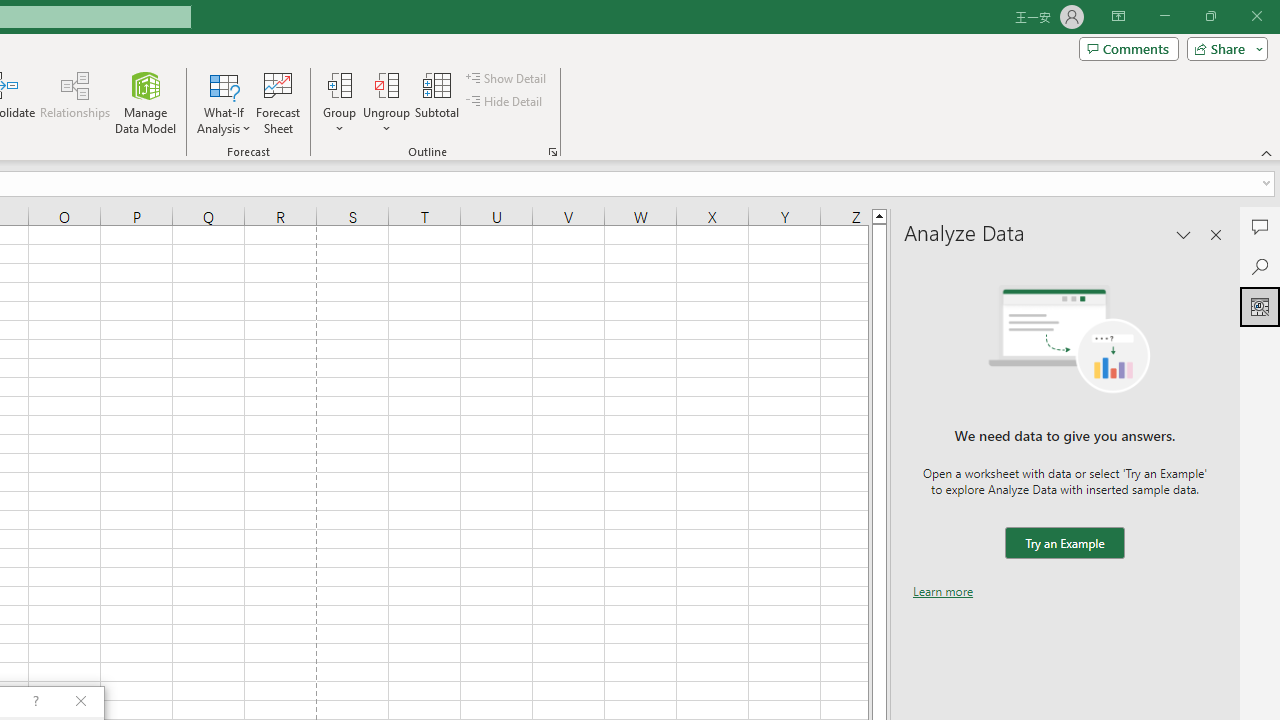 Image resolution: width=1280 pixels, height=720 pixels. I want to click on 'Hide Detail', so click(505, 101).